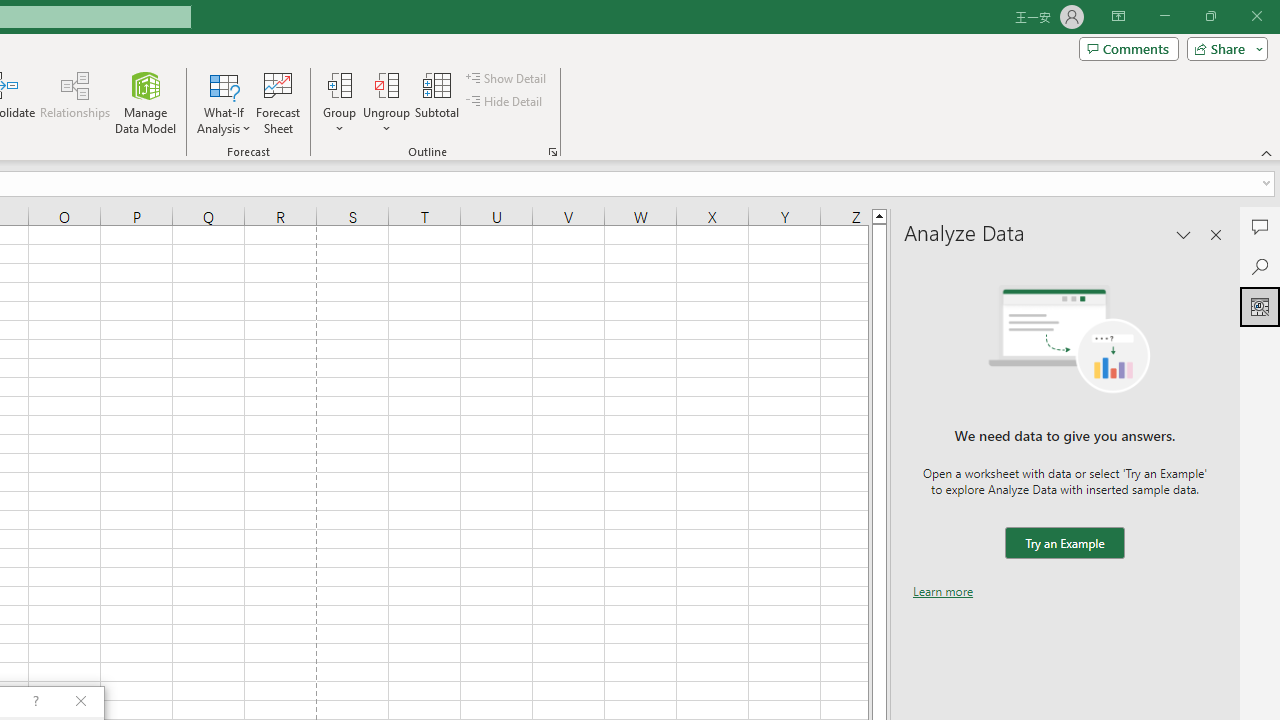 Image resolution: width=1280 pixels, height=720 pixels. I want to click on 'Hide Detail', so click(505, 101).